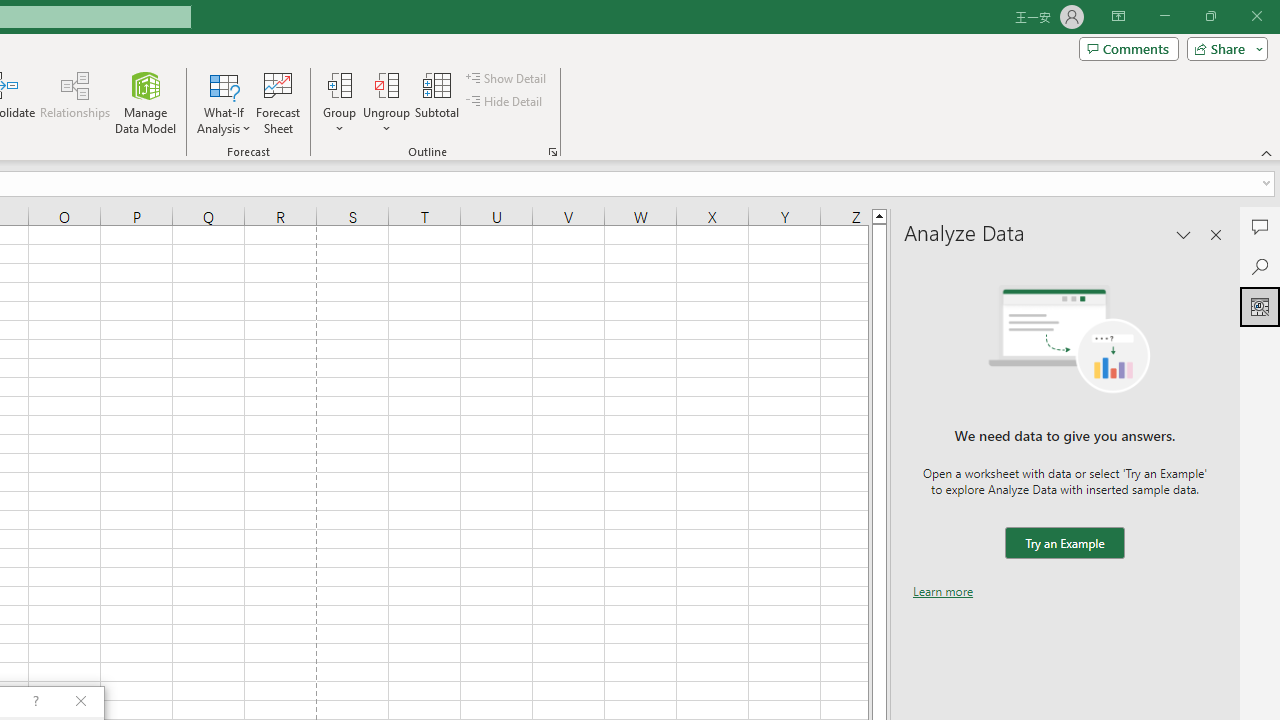 Image resolution: width=1280 pixels, height=720 pixels. I want to click on 'Hide Detail', so click(505, 101).